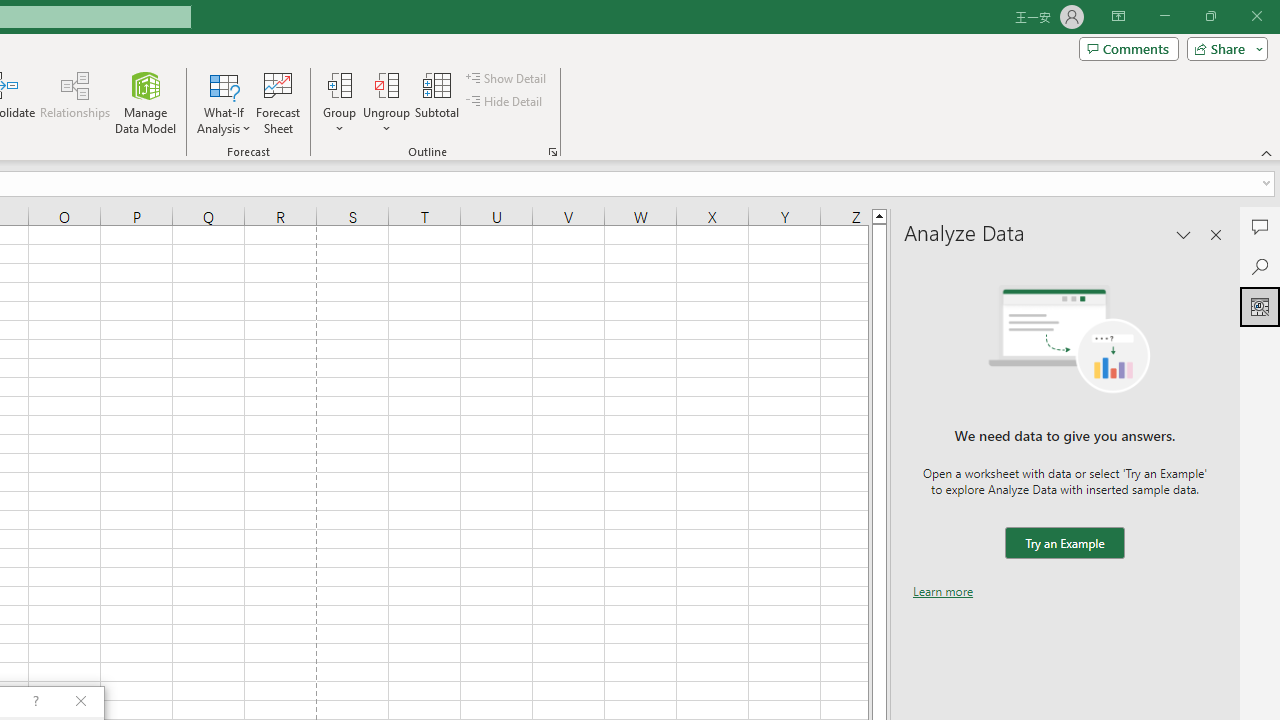 Image resolution: width=1280 pixels, height=720 pixels. I want to click on 'Hide Detail', so click(505, 101).